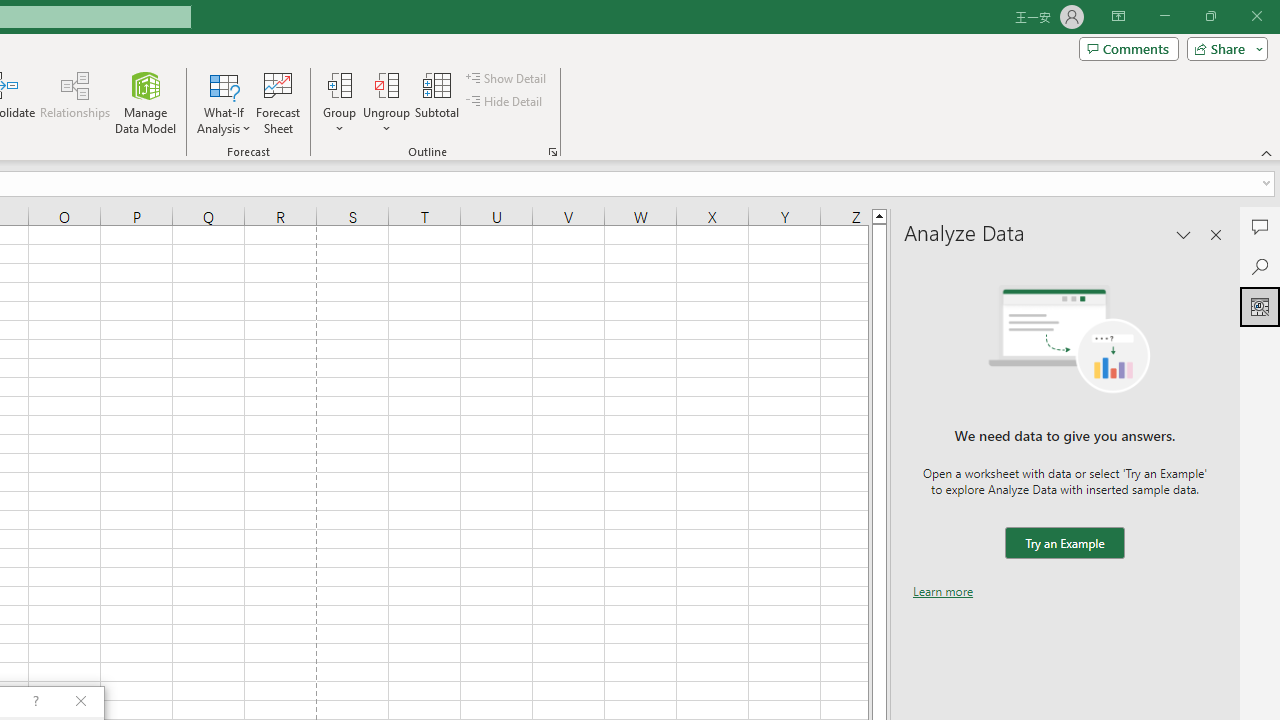 Image resolution: width=1280 pixels, height=720 pixels. I want to click on 'Hide Detail', so click(505, 101).